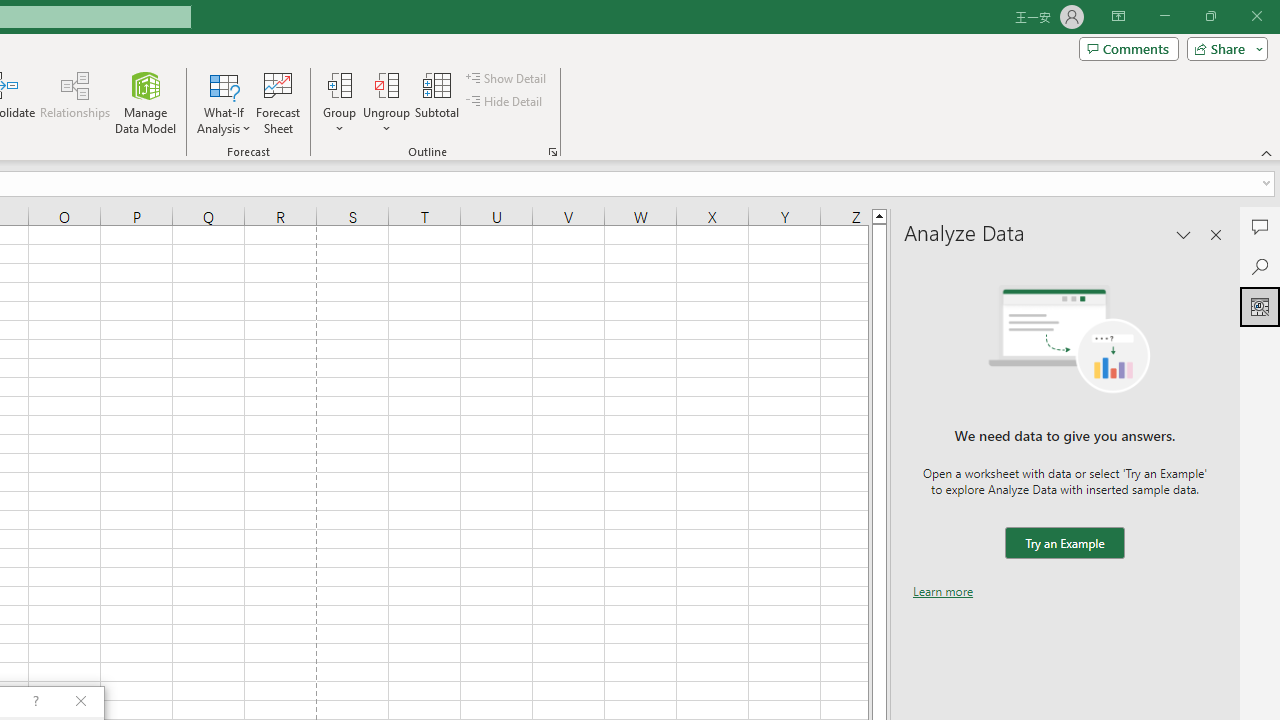 Image resolution: width=1280 pixels, height=720 pixels. I want to click on 'Hide Detail', so click(505, 101).